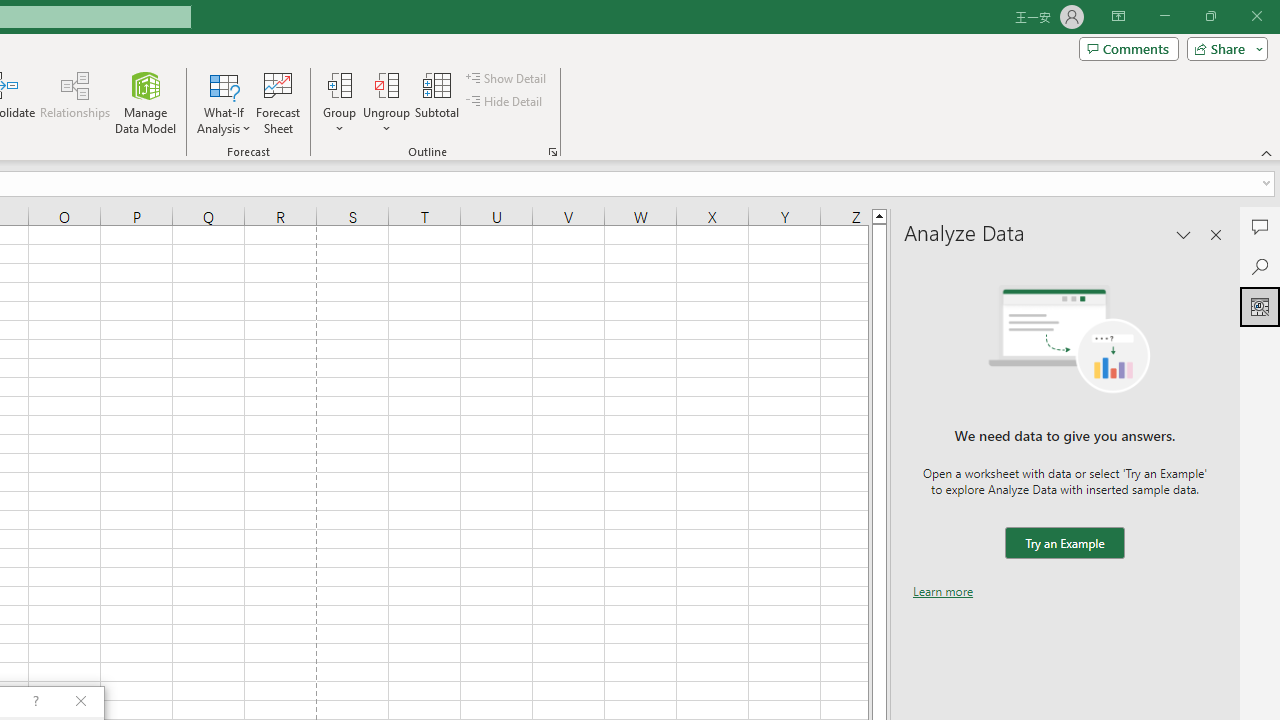 Image resolution: width=1280 pixels, height=720 pixels. I want to click on 'Hide Detail', so click(505, 101).